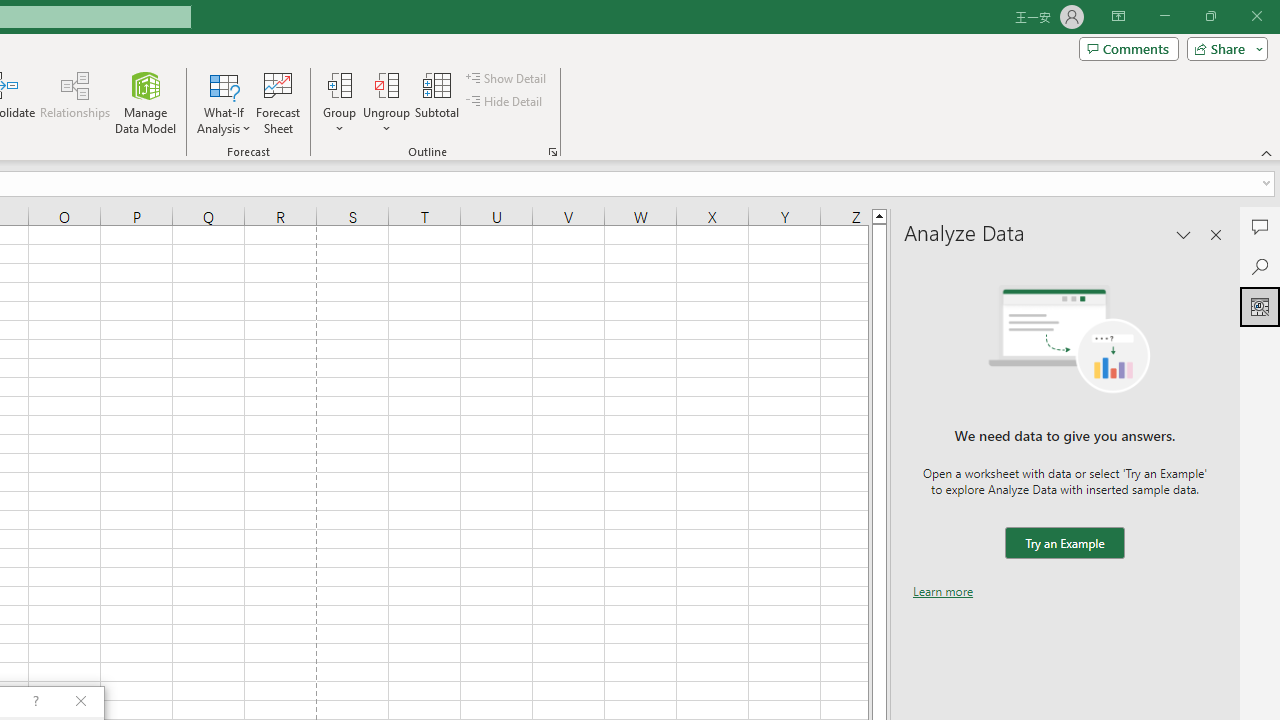 Image resolution: width=1280 pixels, height=720 pixels. I want to click on 'Hide Detail', so click(505, 101).